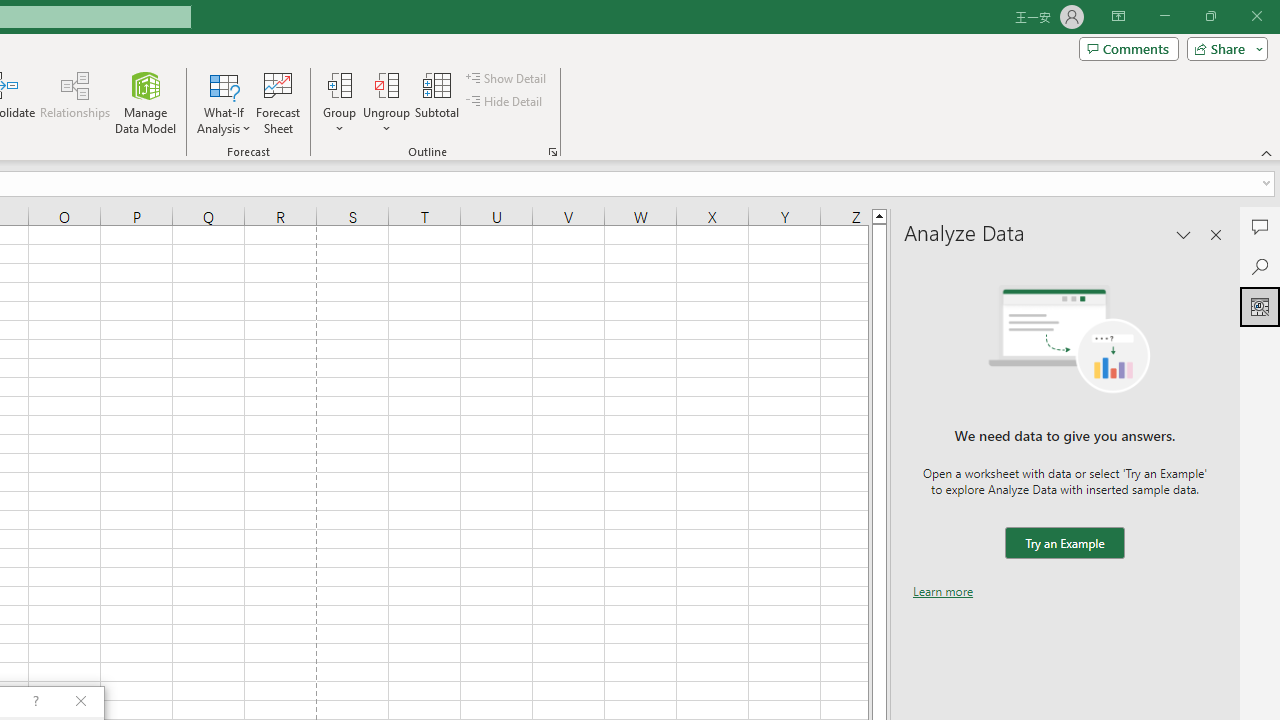 Image resolution: width=1280 pixels, height=720 pixels. I want to click on 'Hide Detail', so click(505, 101).